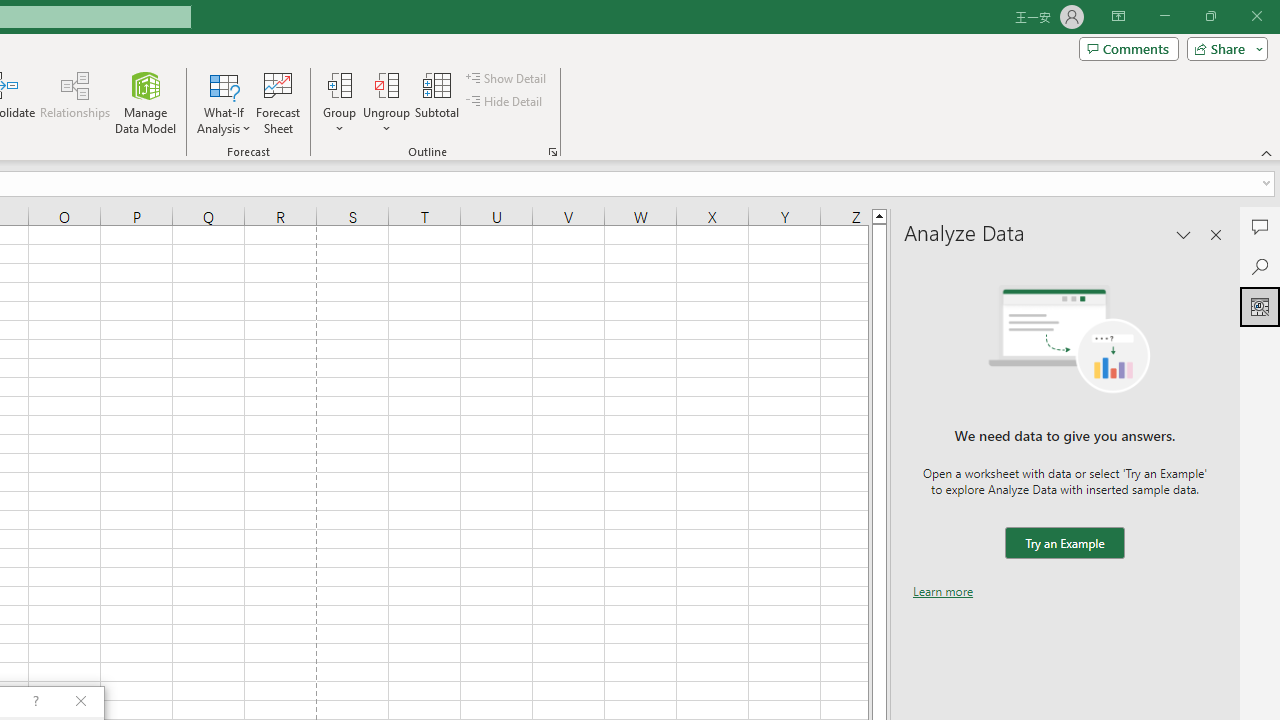 Image resolution: width=1280 pixels, height=720 pixels. I want to click on 'Hide Detail', so click(505, 101).